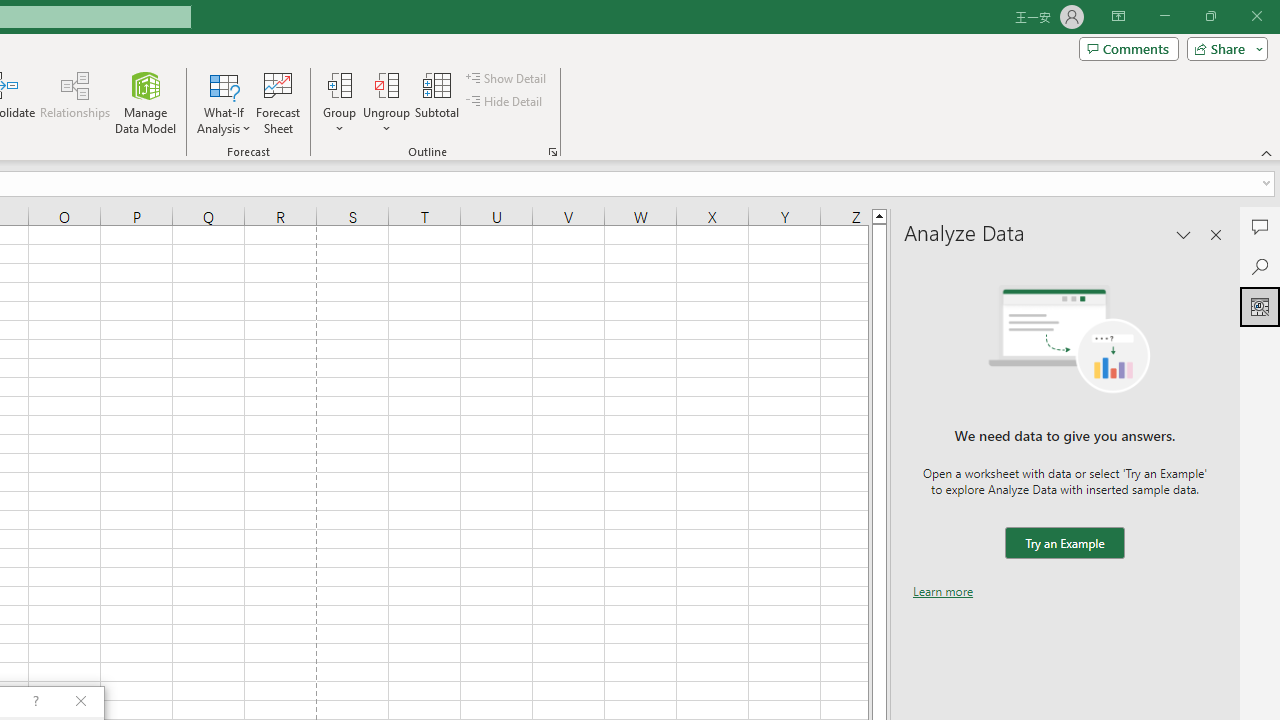 Image resolution: width=1280 pixels, height=720 pixels. I want to click on 'Hide Detail', so click(505, 101).